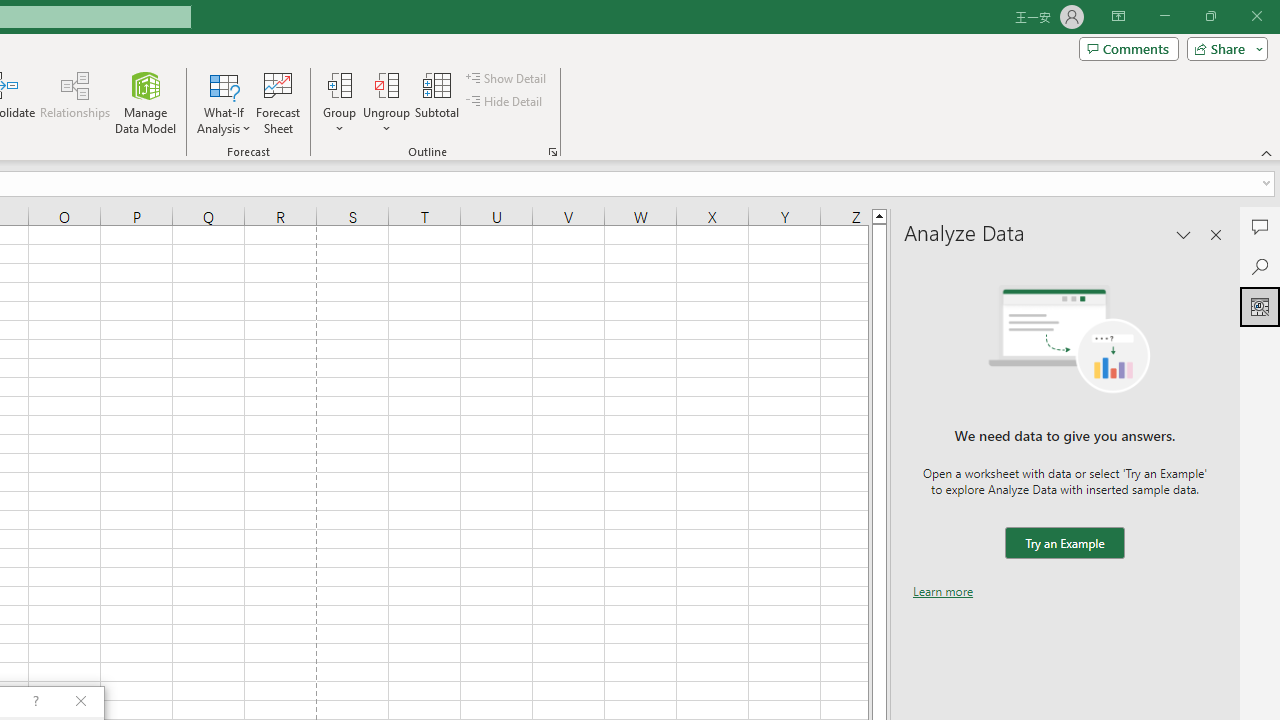 Image resolution: width=1280 pixels, height=720 pixels. I want to click on 'Hide Detail', so click(505, 101).